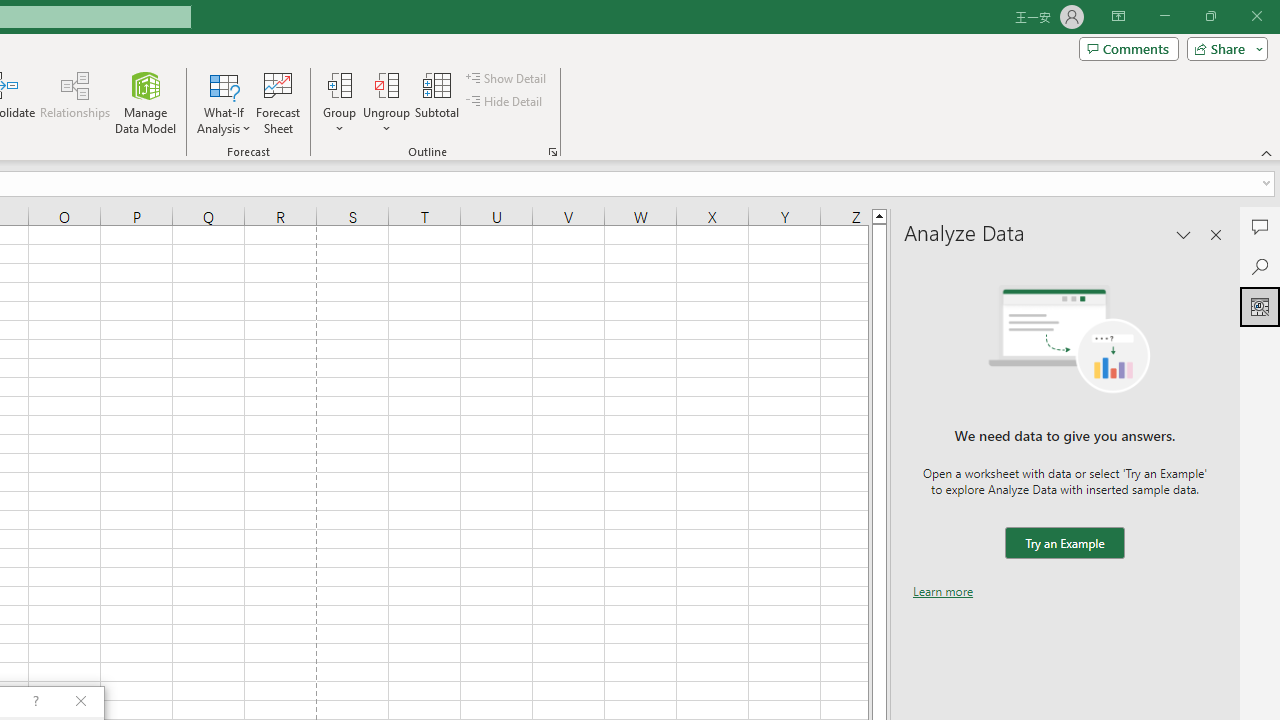 Image resolution: width=1280 pixels, height=720 pixels. I want to click on 'Hide Detail', so click(505, 101).